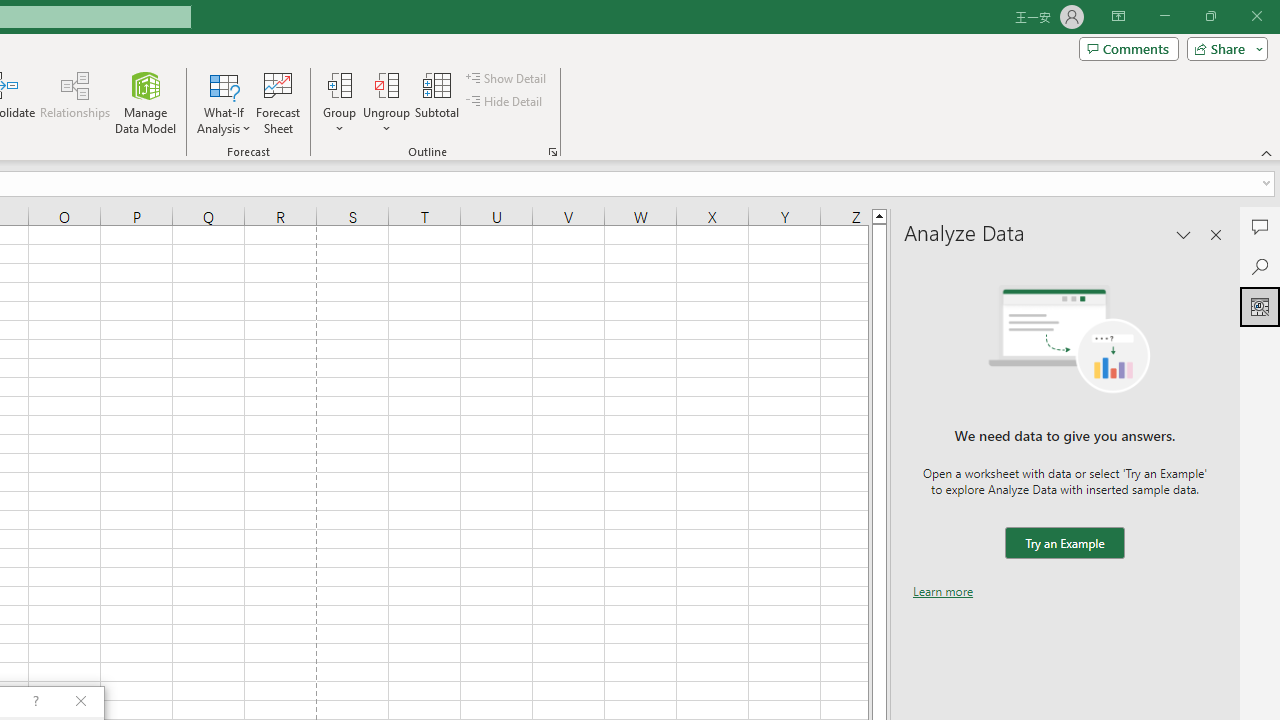 Image resolution: width=1280 pixels, height=720 pixels. I want to click on 'Hide Detail', so click(505, 101).